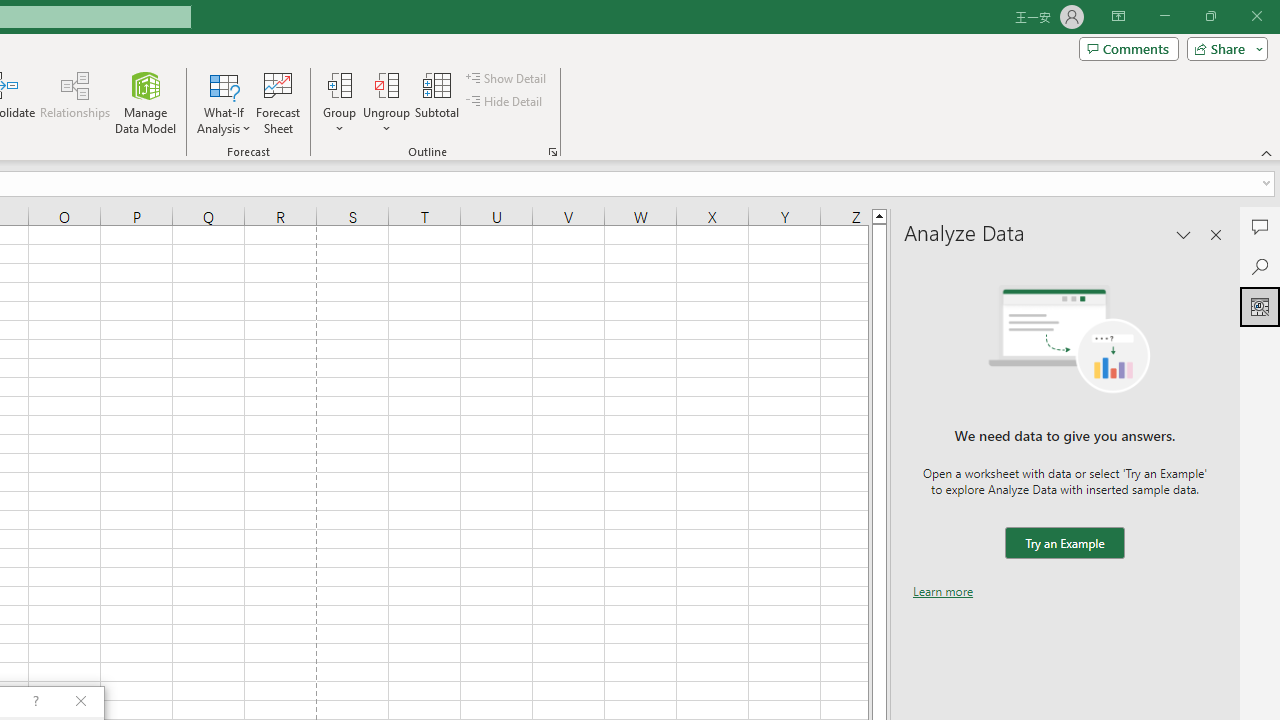 Image resolution: width=1280 pixels, height=720 pixels. I want to click on 'Hide Detail', so click(505, 101).